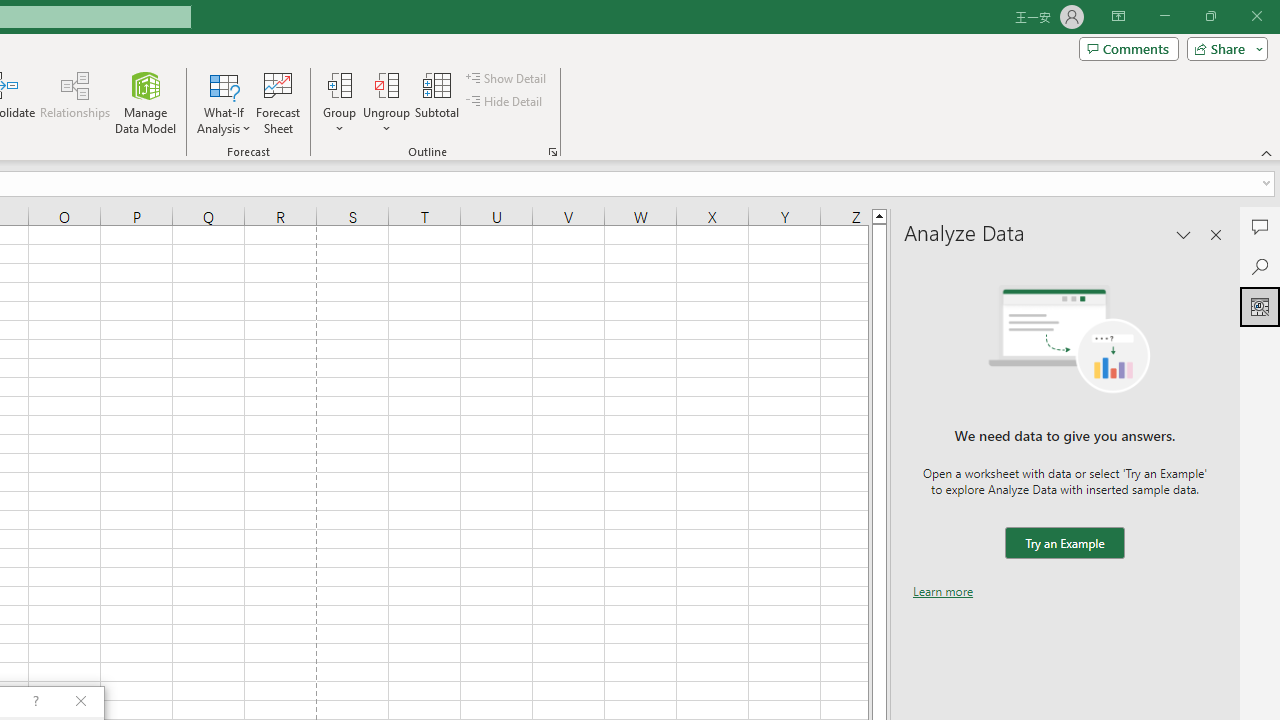 Image resolution: width=1280 pixels, height=720 pixels. I want to click on 'Hide Detail', so click(505, 101).